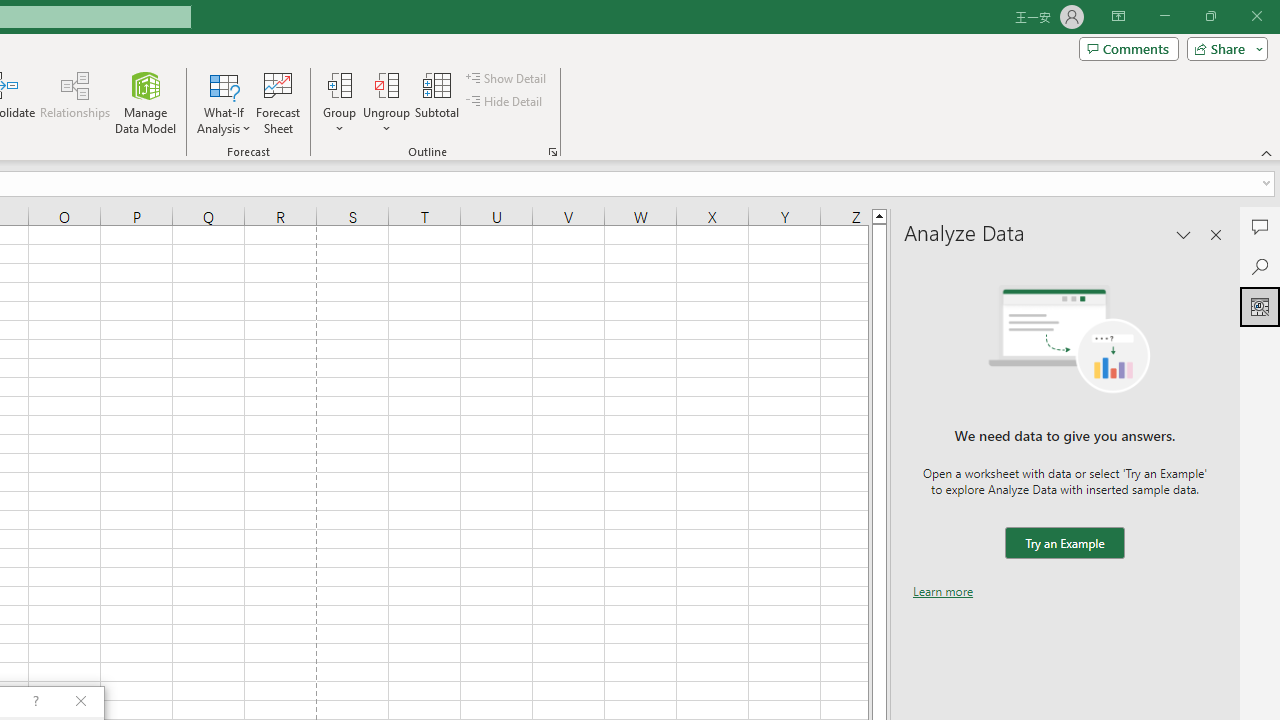 Image resolution: width=1280 pixels, height=720 pixels. I want to click on 'Hide Detail', so click(505, 101).